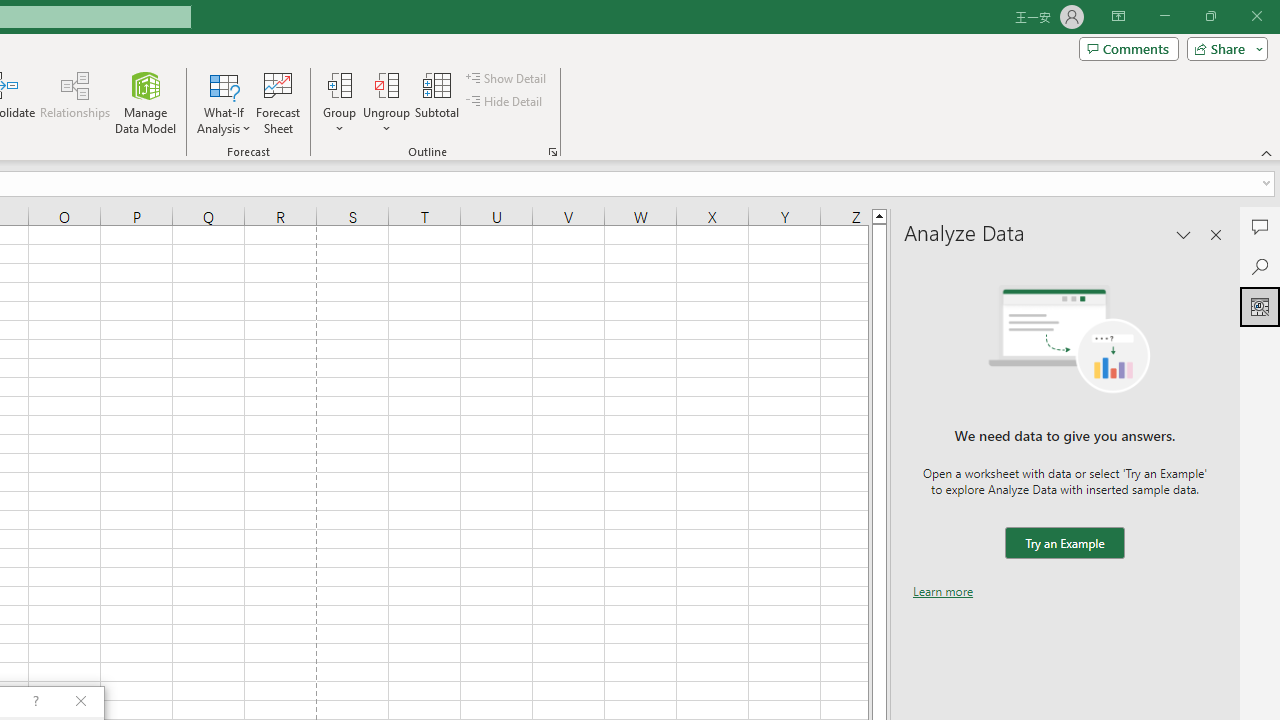 Image resolution: width=1280 pixels, height=720 pixels. I want to click on 'Hide Detail', so click(505, 101).